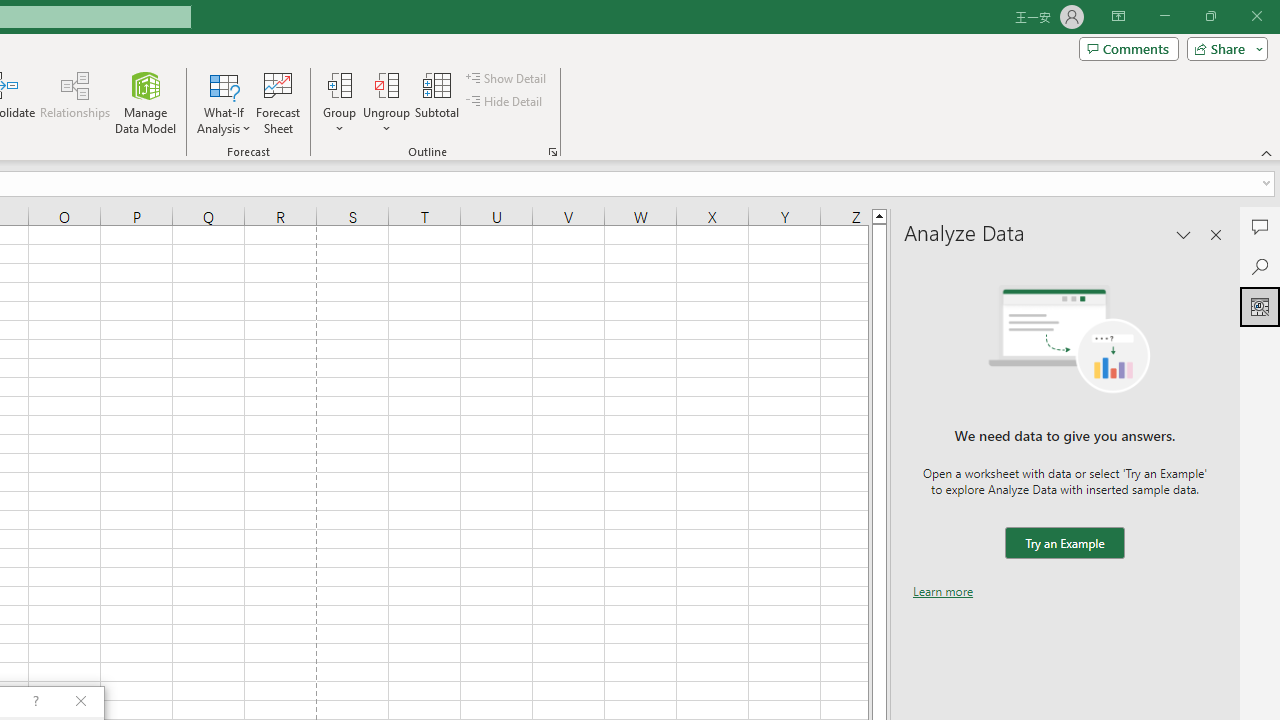 Image resolution: width=1280 pixels, height=720 pixels. I want to click on 'Hide Detail', so click(505, 101).